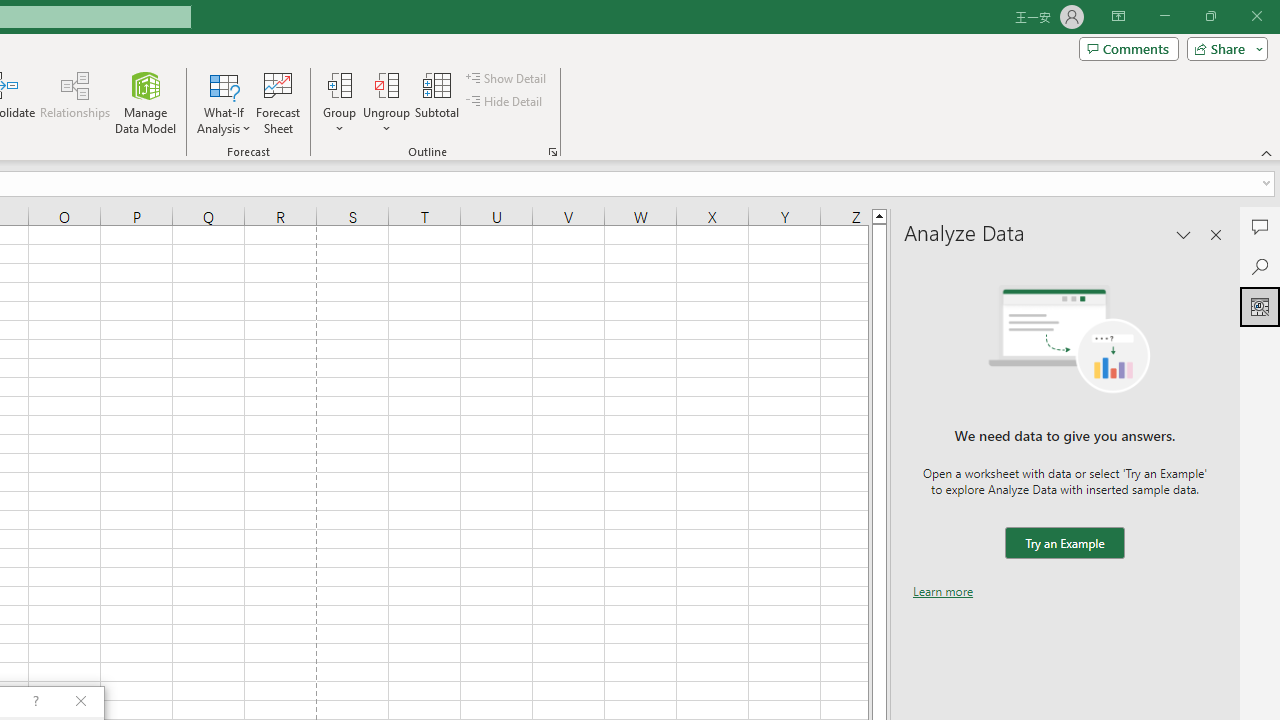 Image resolution: width=1280 pixels, height=720 pixels. I want to click on 'Hide Detail', so click(505, 101).